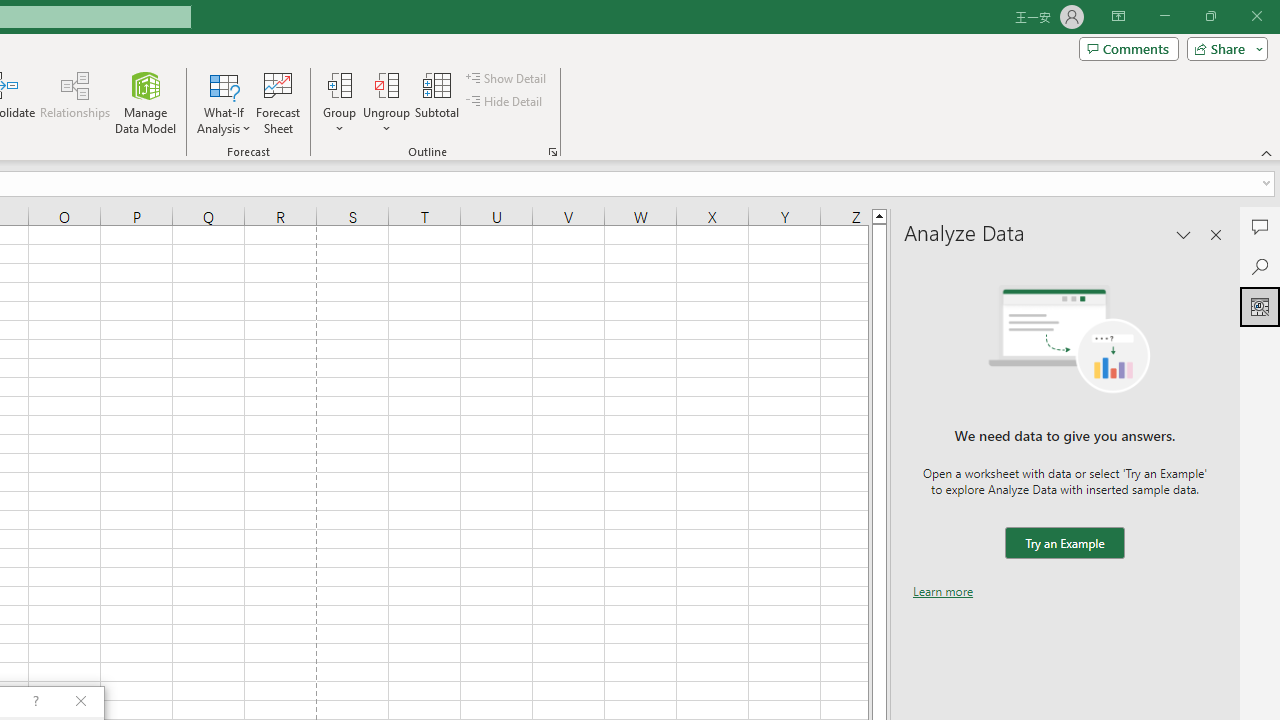 Image resolution: width=1280 pixels, height=720 pixels. I want to click on 'Hide Detail', so click(505, 101).